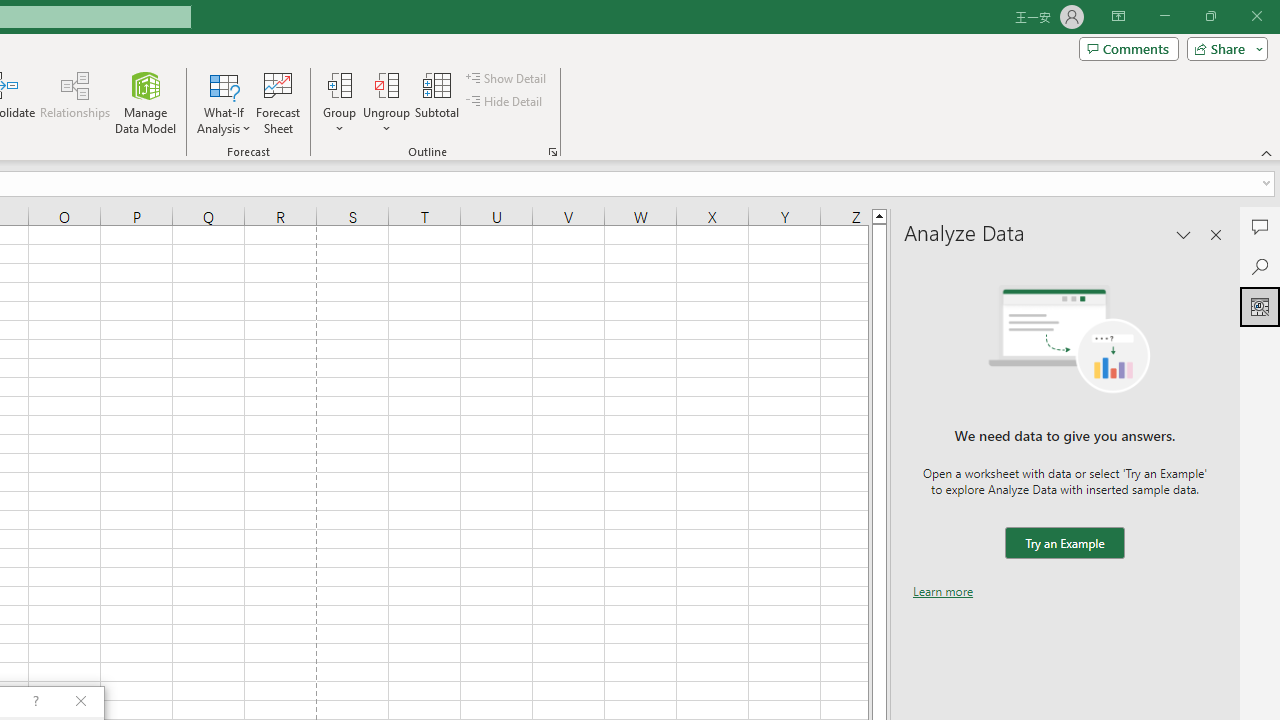 Image resolution: width=1280 pixels, height=720 pixels. I want to click on 'Hide Detail', so click(505, 101).